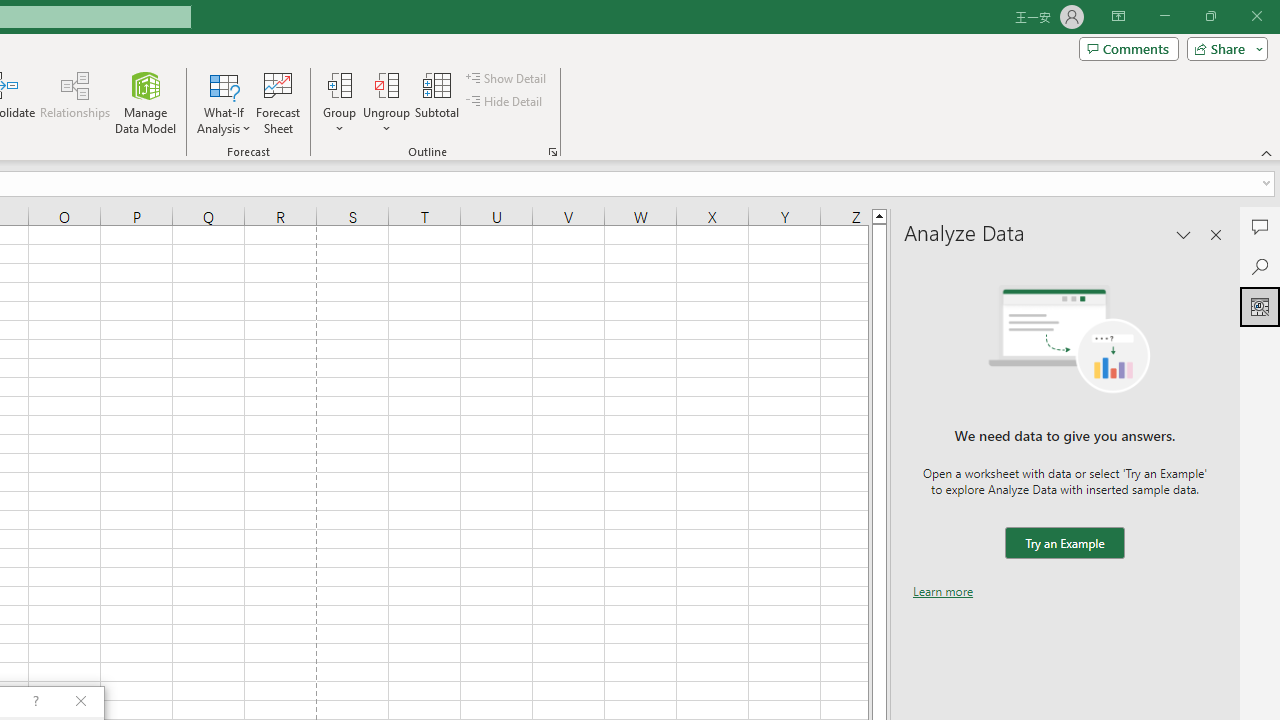 Image resolution: width=1280 pixels, height=720 pixels. I want to click on 'Hide Detail', so click(505, 101).